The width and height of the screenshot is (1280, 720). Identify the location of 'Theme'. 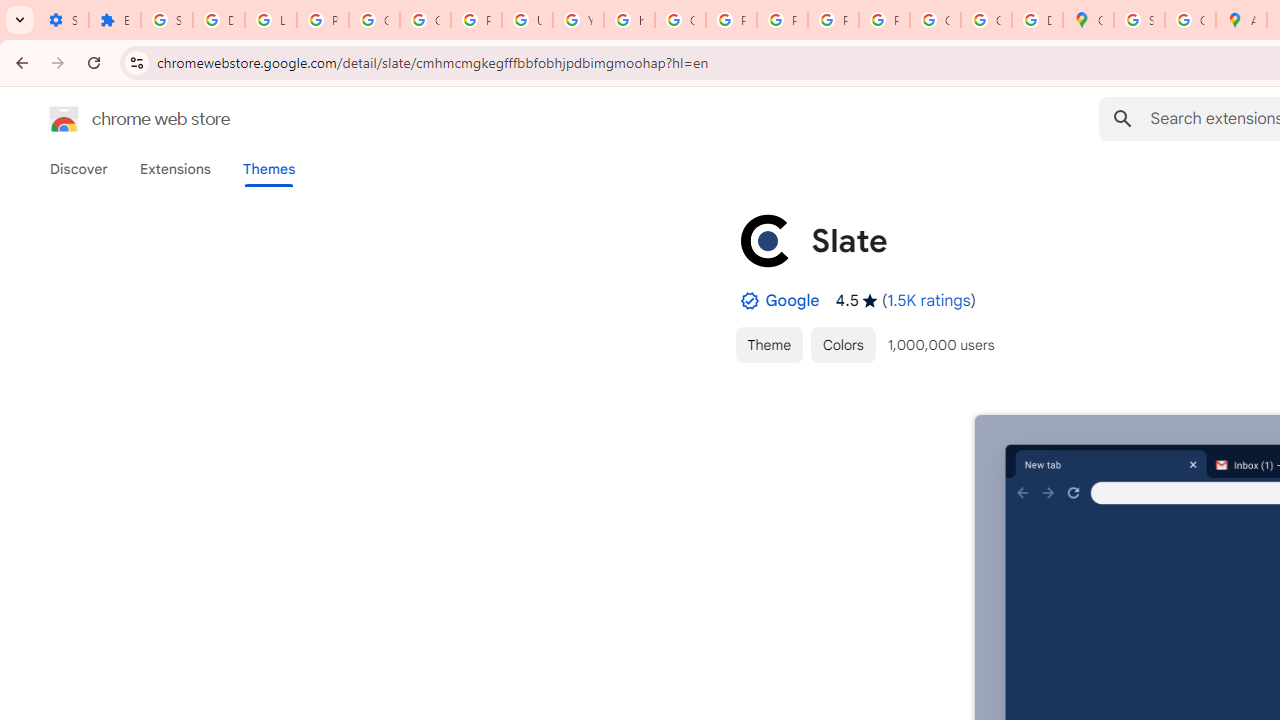
(768, 343).